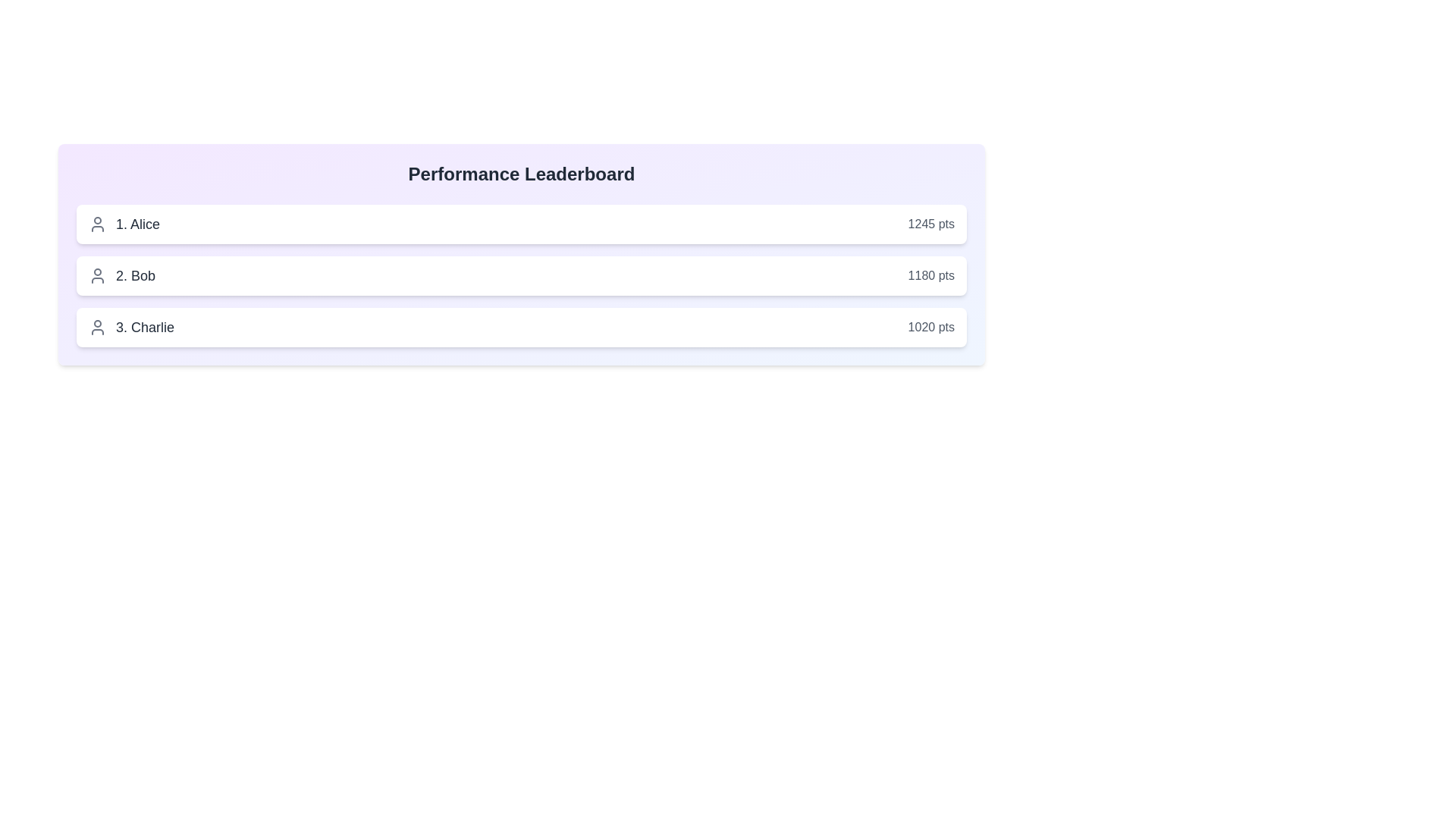 This screenshot has width=1456, height=819. Describe the element at coordinates (122, 275) in the screenshot. I see `the user's name Bob` at that location.